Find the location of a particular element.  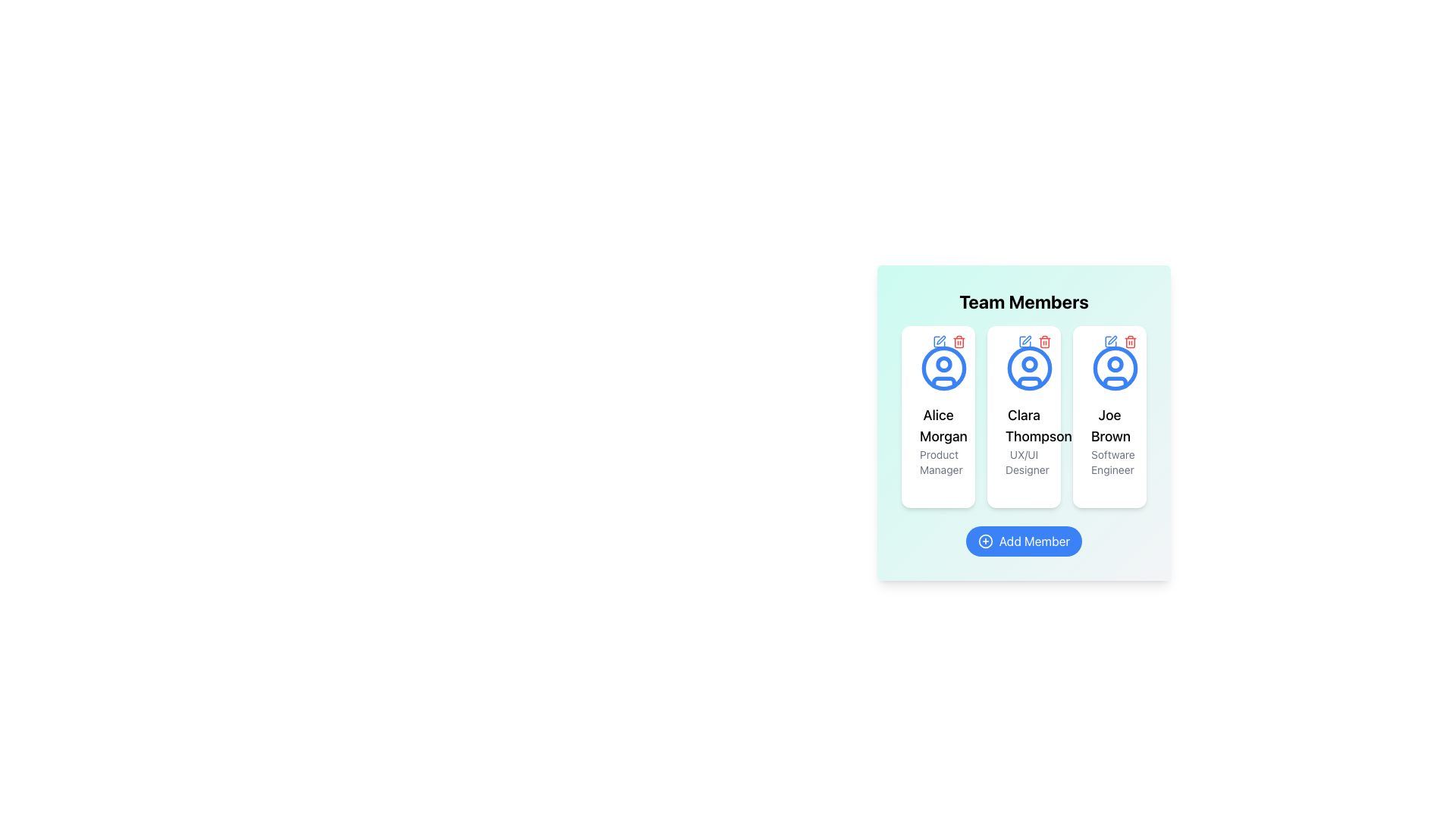

the text label displaying 'Clara Thompson', which is the second entry in the team member cards list is located at coordinates (1024, 426).